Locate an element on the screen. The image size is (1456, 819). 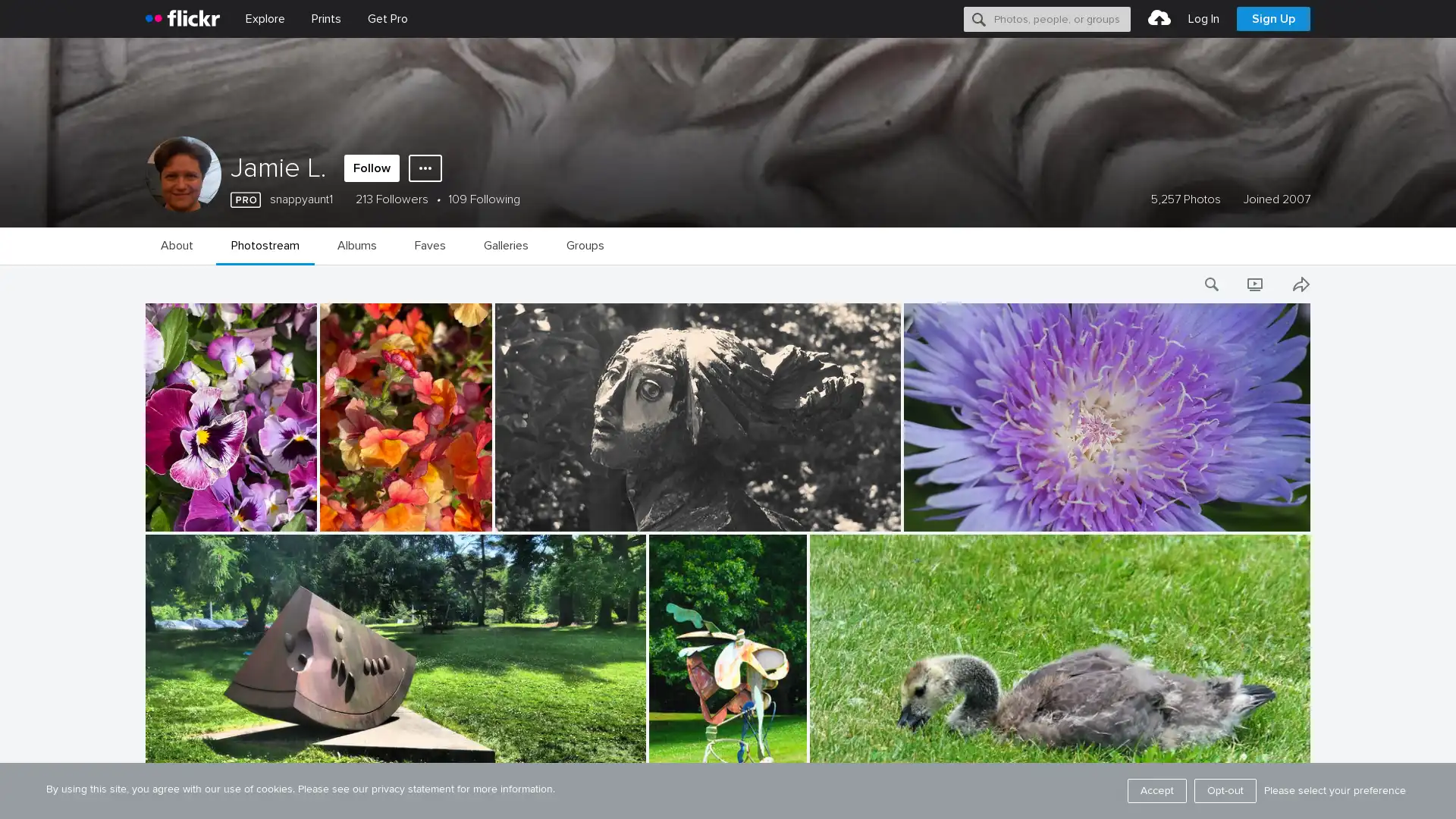
Search is located at coordinates (979, 18).